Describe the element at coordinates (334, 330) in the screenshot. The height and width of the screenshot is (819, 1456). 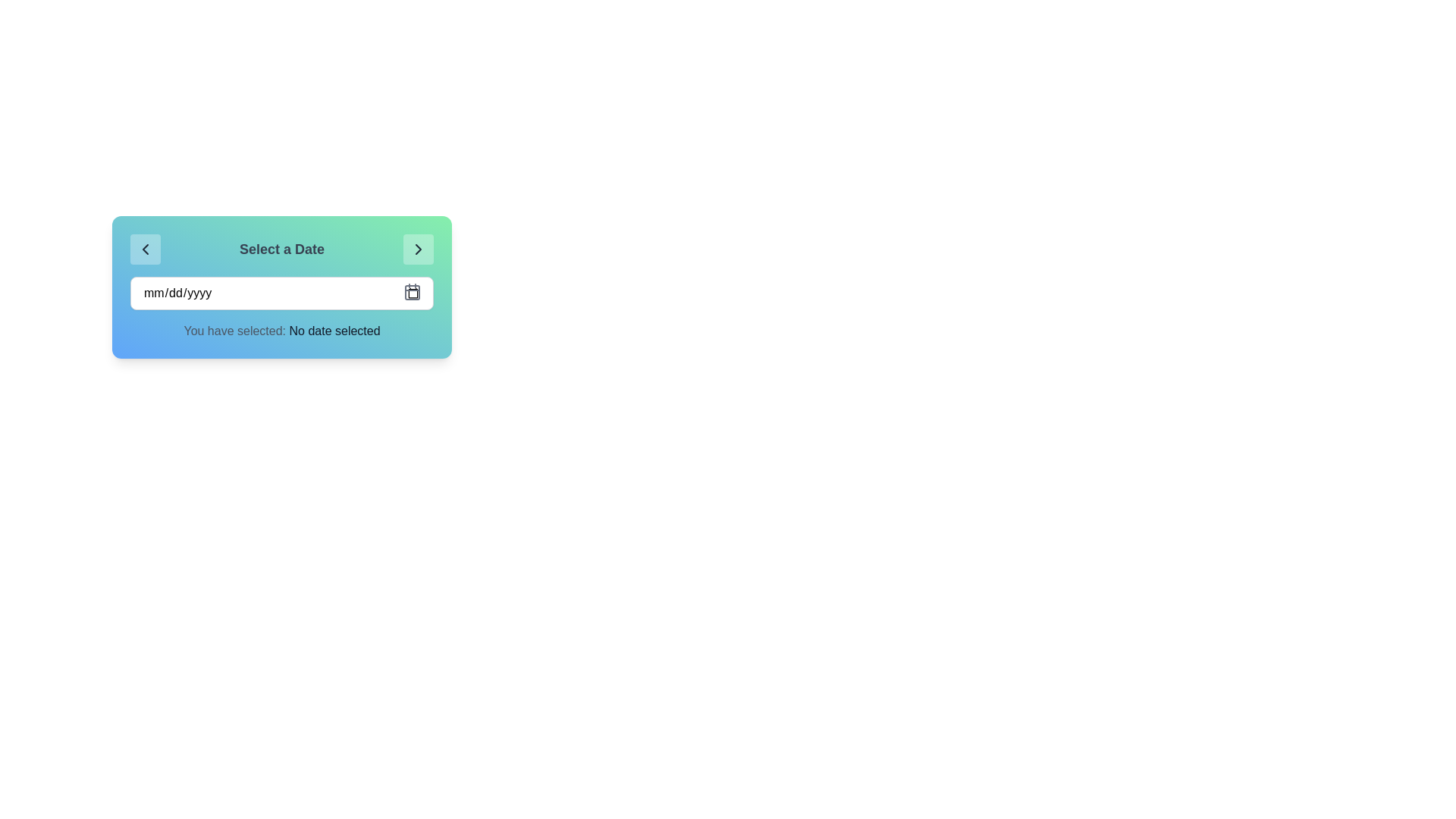
I see `the non-editable text element indicating the current state of the date selection functionality, which displays 'No date selected'` at that location.